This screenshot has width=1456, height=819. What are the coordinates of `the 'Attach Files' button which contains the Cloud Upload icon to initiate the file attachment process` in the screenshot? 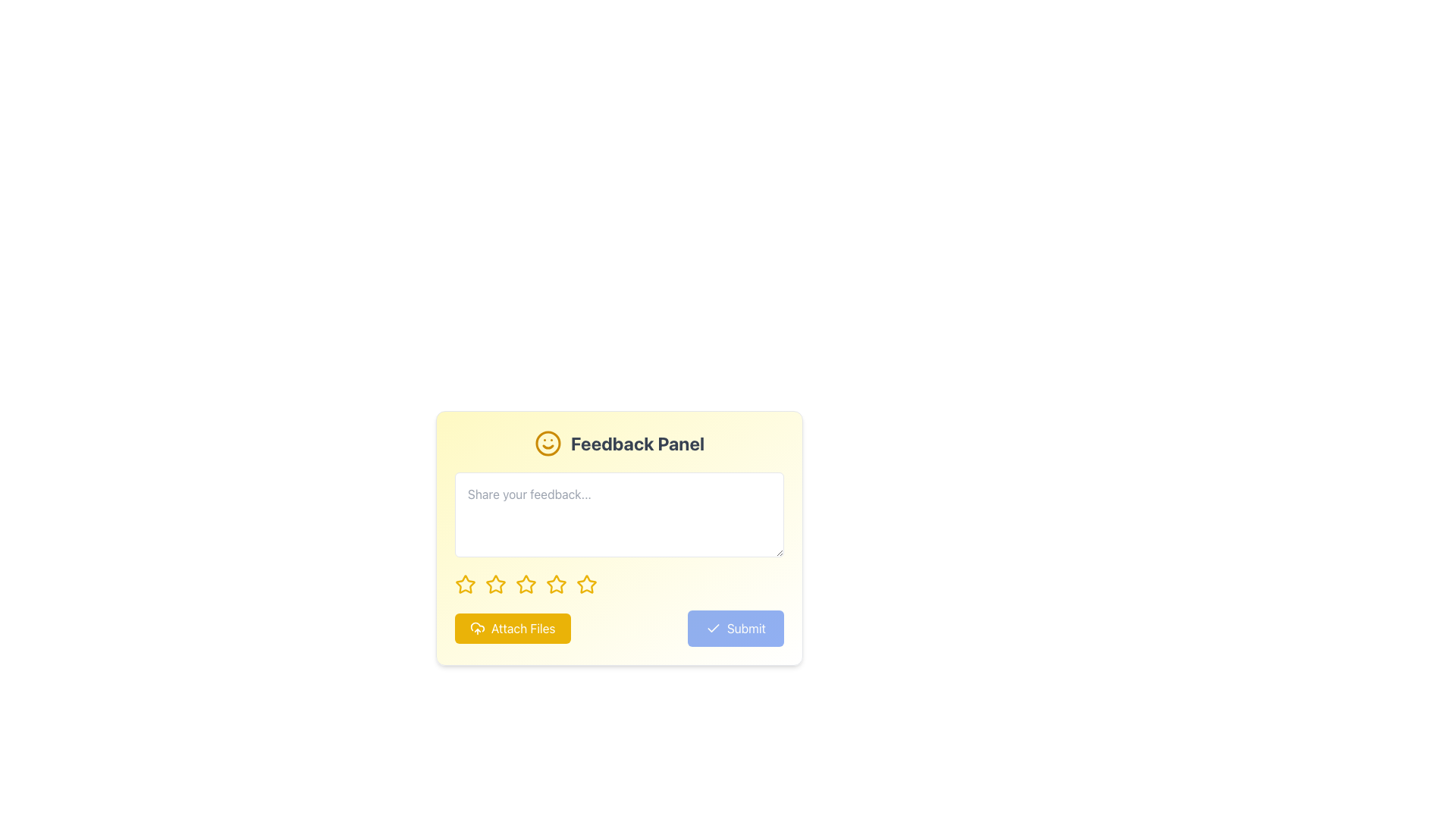 It's located at (476, 629).